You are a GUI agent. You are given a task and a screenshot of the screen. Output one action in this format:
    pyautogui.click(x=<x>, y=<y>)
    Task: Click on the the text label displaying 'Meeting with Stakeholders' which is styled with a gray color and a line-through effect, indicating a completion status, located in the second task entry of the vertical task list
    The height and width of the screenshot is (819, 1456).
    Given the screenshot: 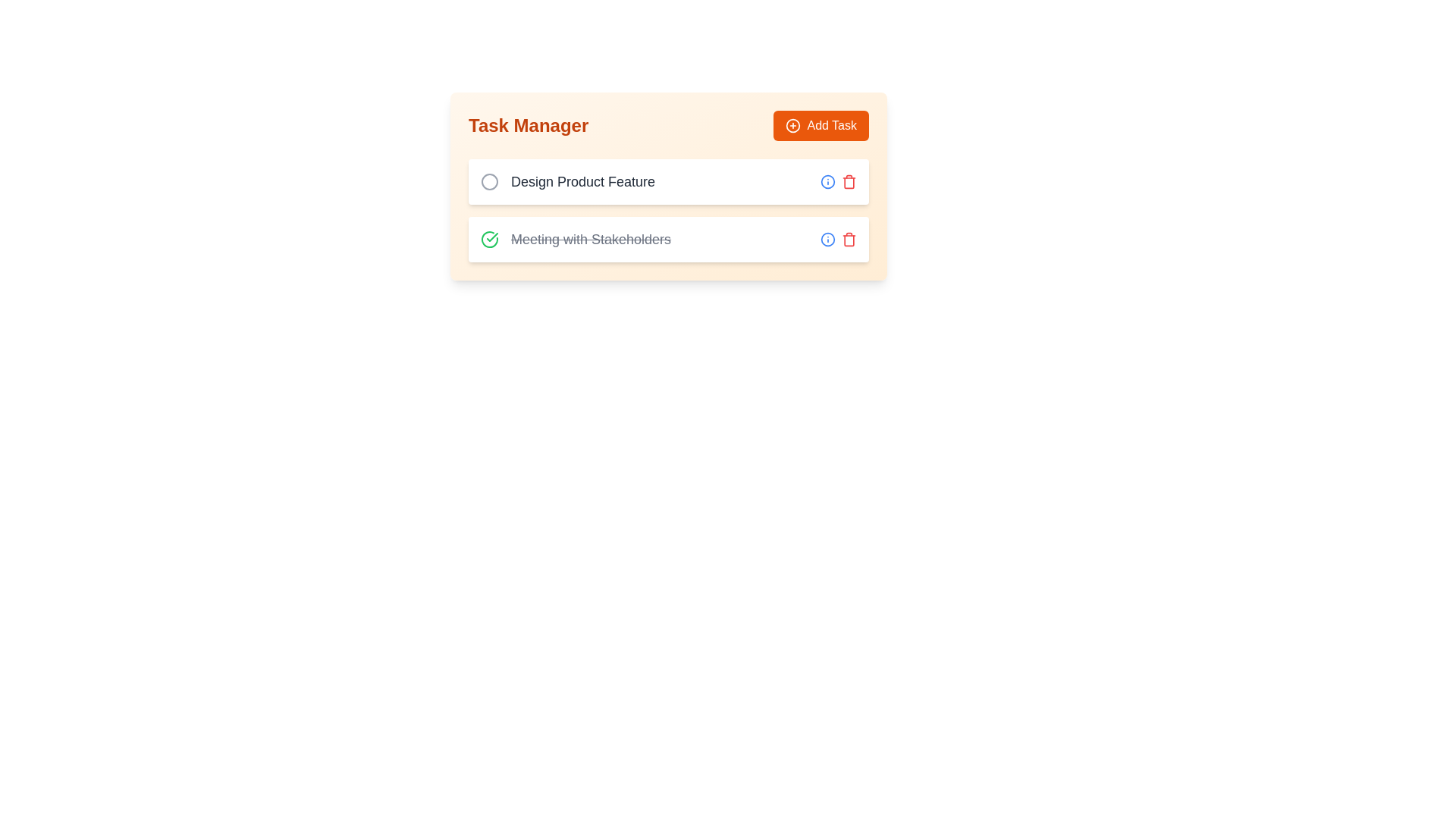 What is the action you would take?
    pyautogui.click(x=590, y=239)
    